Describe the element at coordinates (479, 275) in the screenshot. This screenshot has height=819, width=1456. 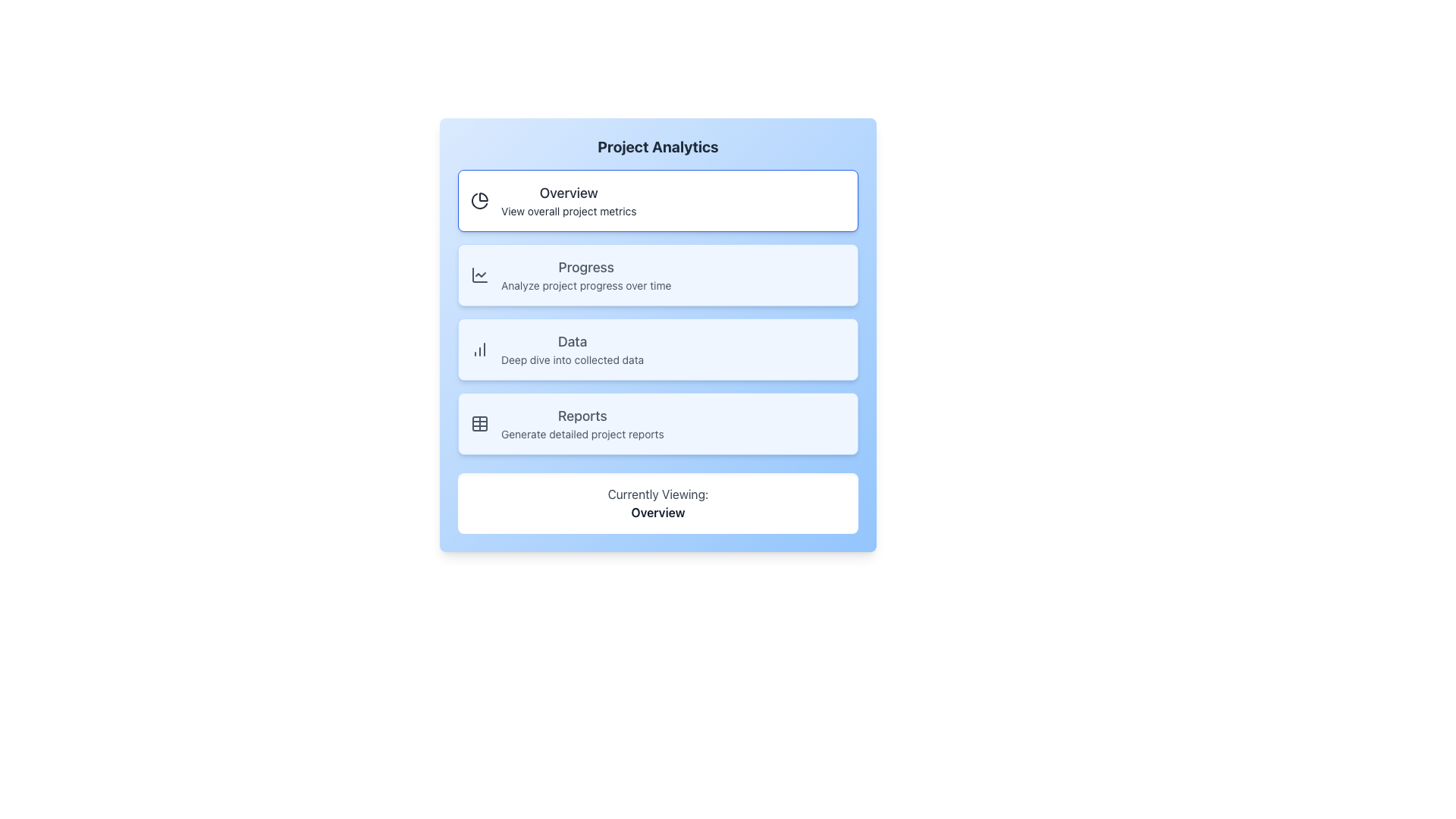
I see `the line chart icon located within the 'Progress' button, the second button in the vertical stack of navigation options` at that location.